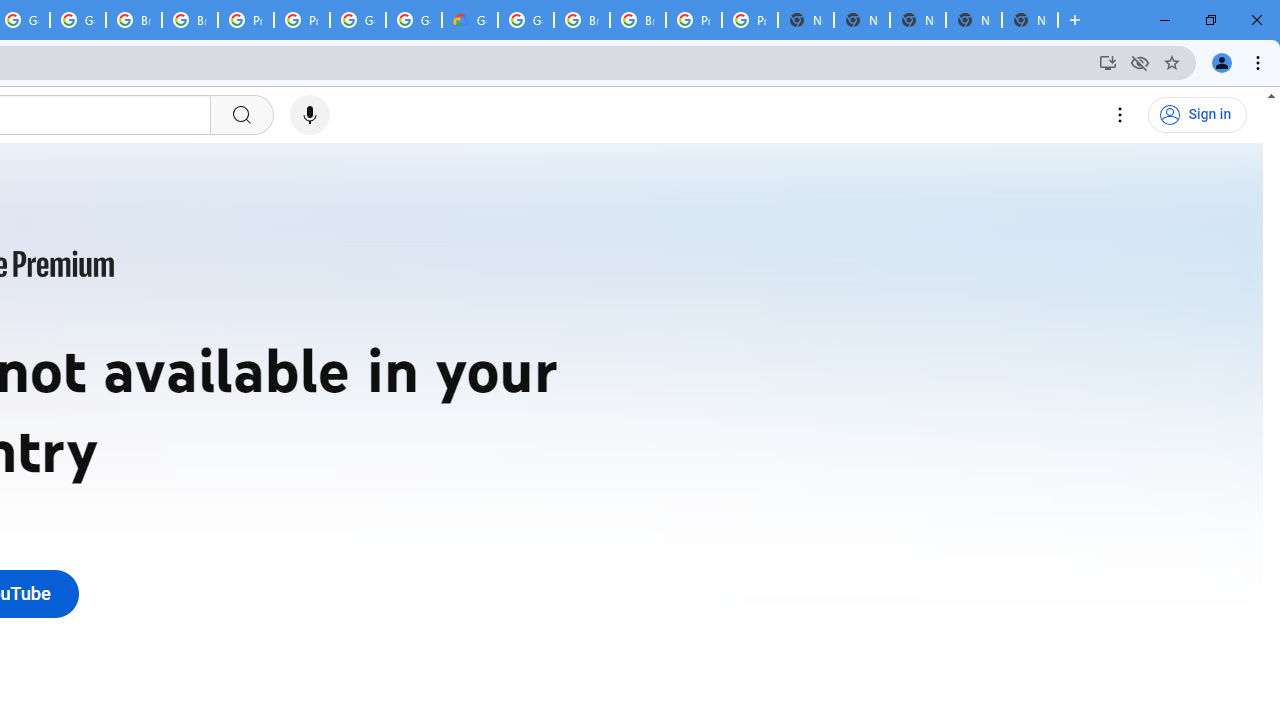  I want to click on 'Search with your voice', so click(308, 115).